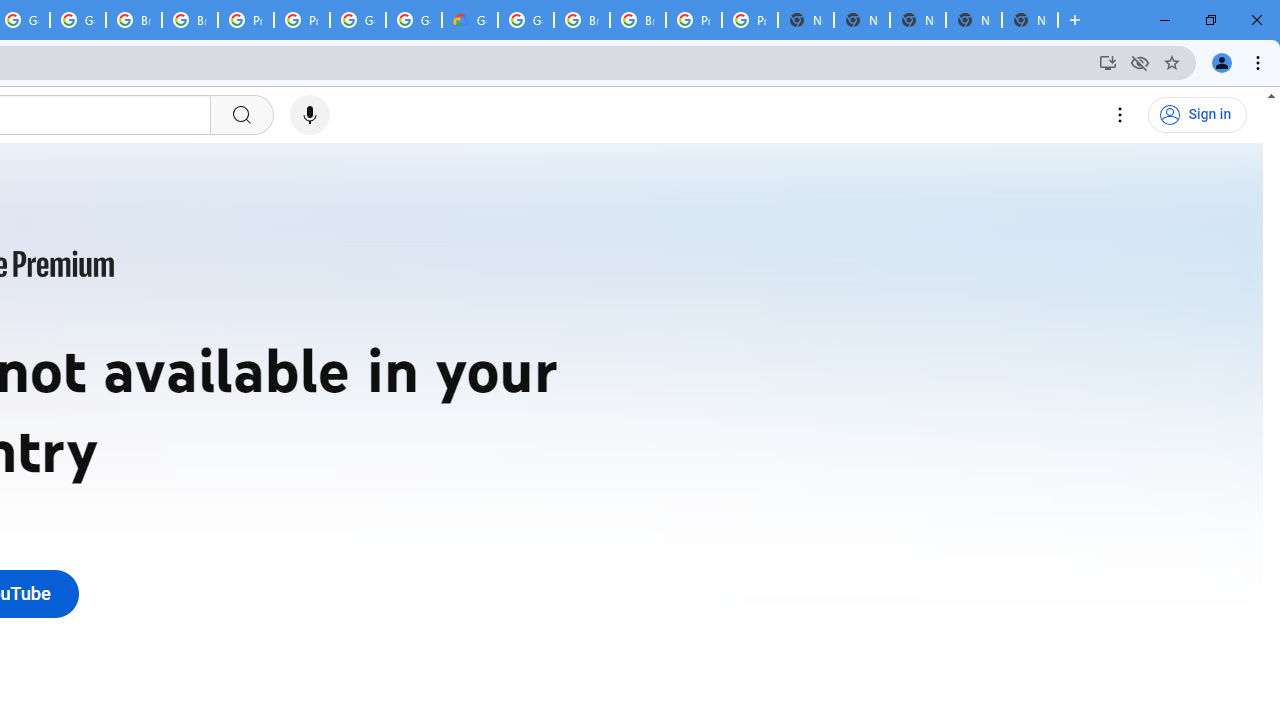  I want to click on 'Search with your voice', so click(308, 115).